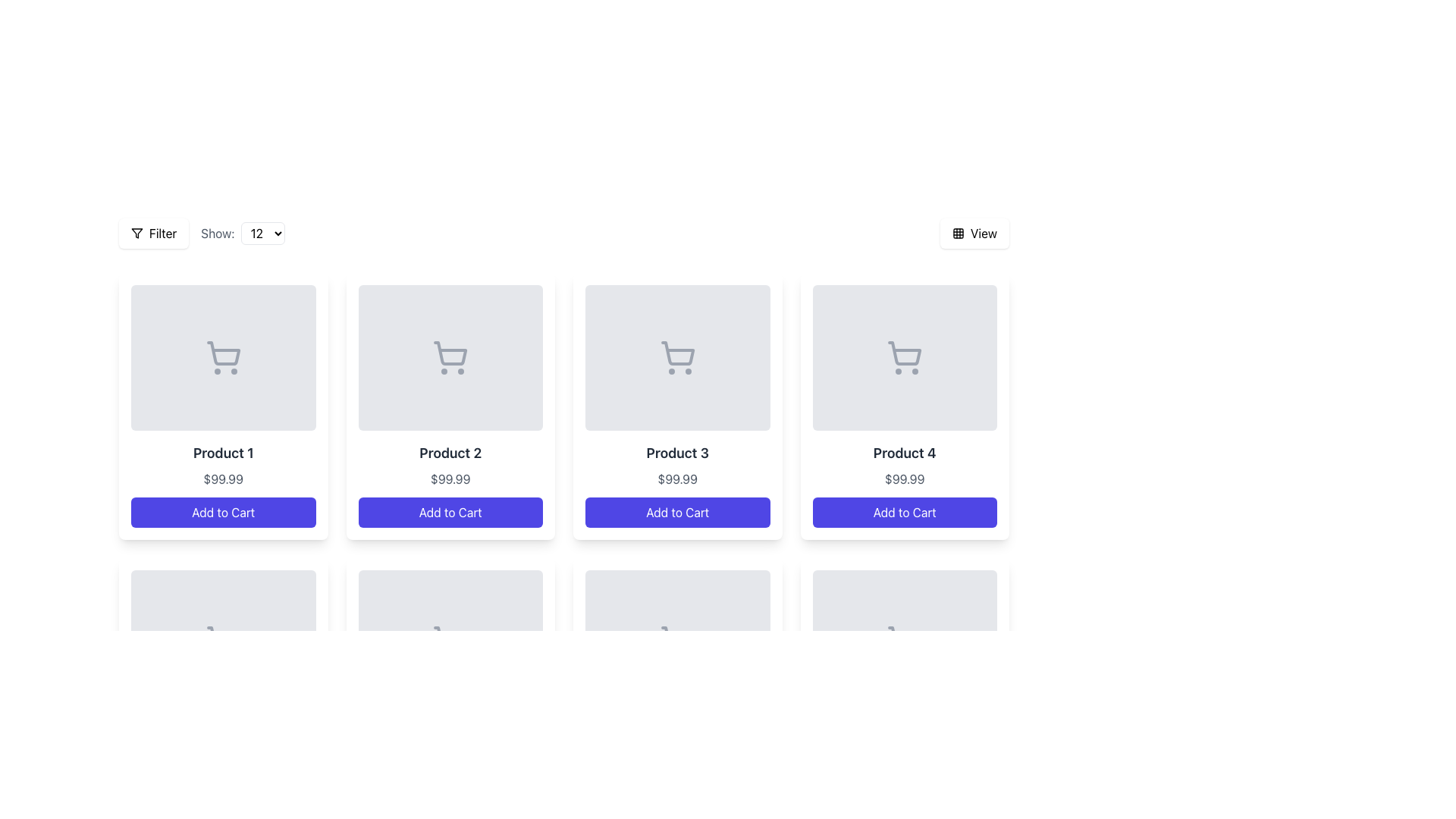 The height and width of the screenshot is (819, 1456). I want to click on the product image placeholder for 'Product 4', which contains an icon indicating its category or availability, so click(905, 357).